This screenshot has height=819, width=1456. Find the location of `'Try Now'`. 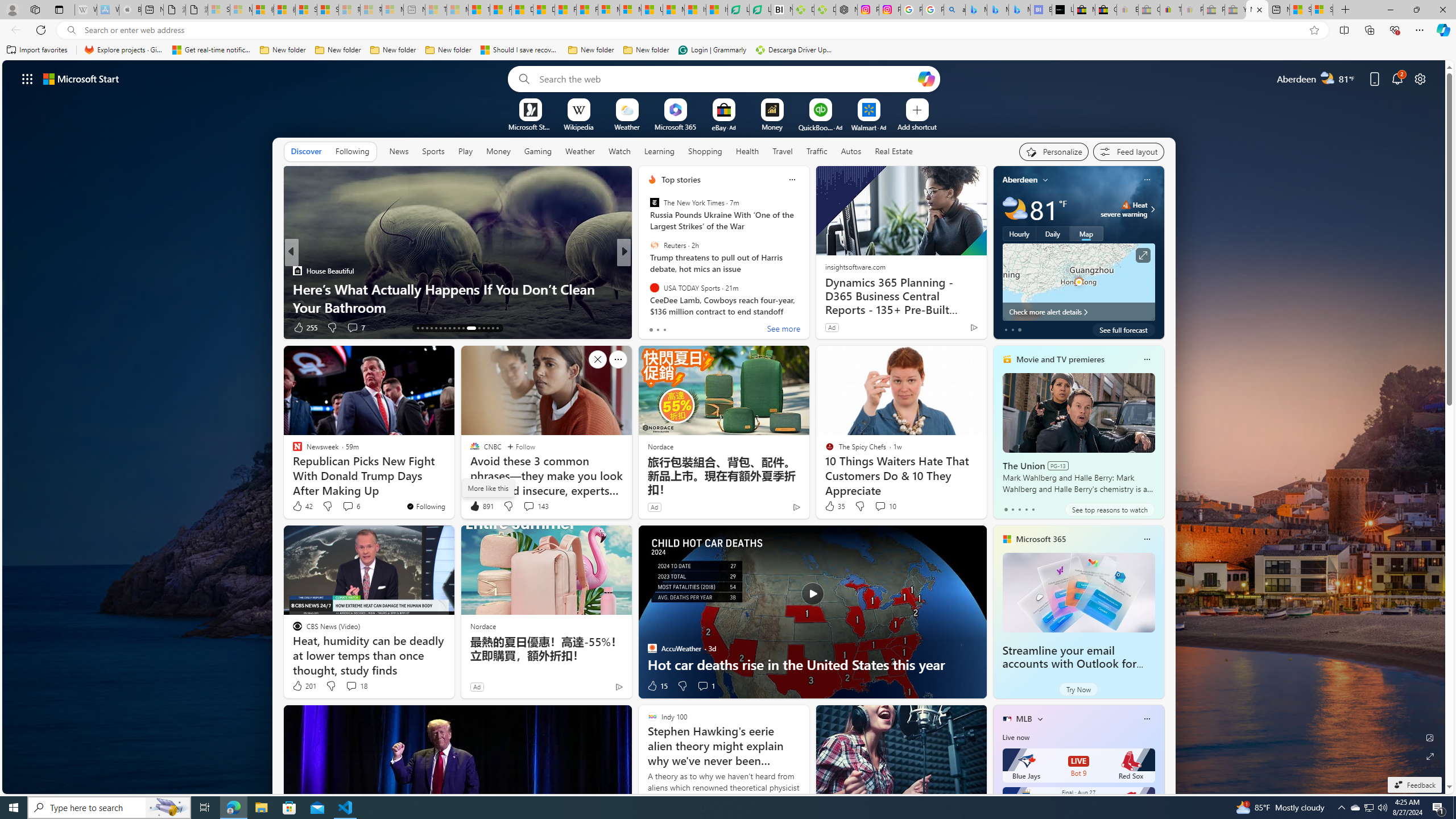

'Try Now' is located at coordinates (1078, 688).